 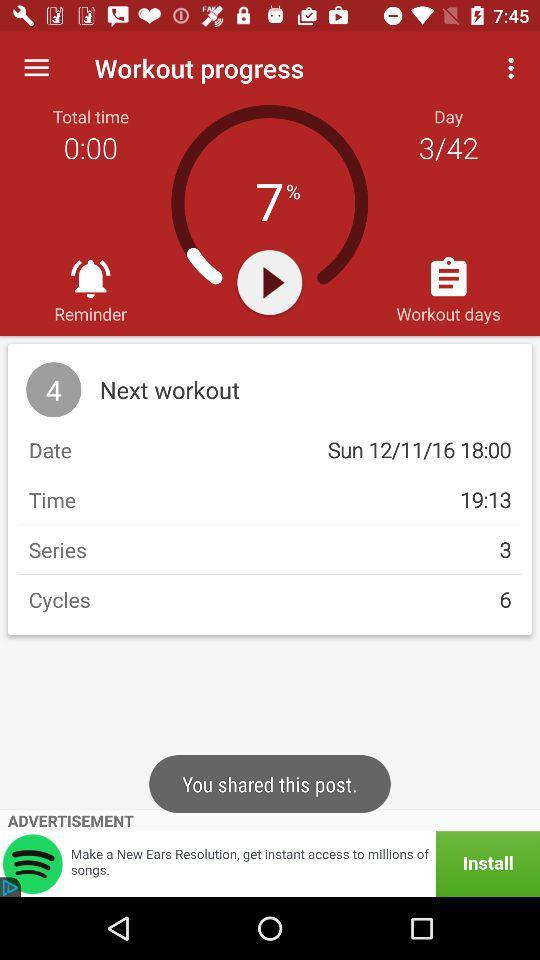 What do you see at coordinates (270, 863) in the screenshot?
I see `advertisement for spotify` at bounding box center [270, 863].